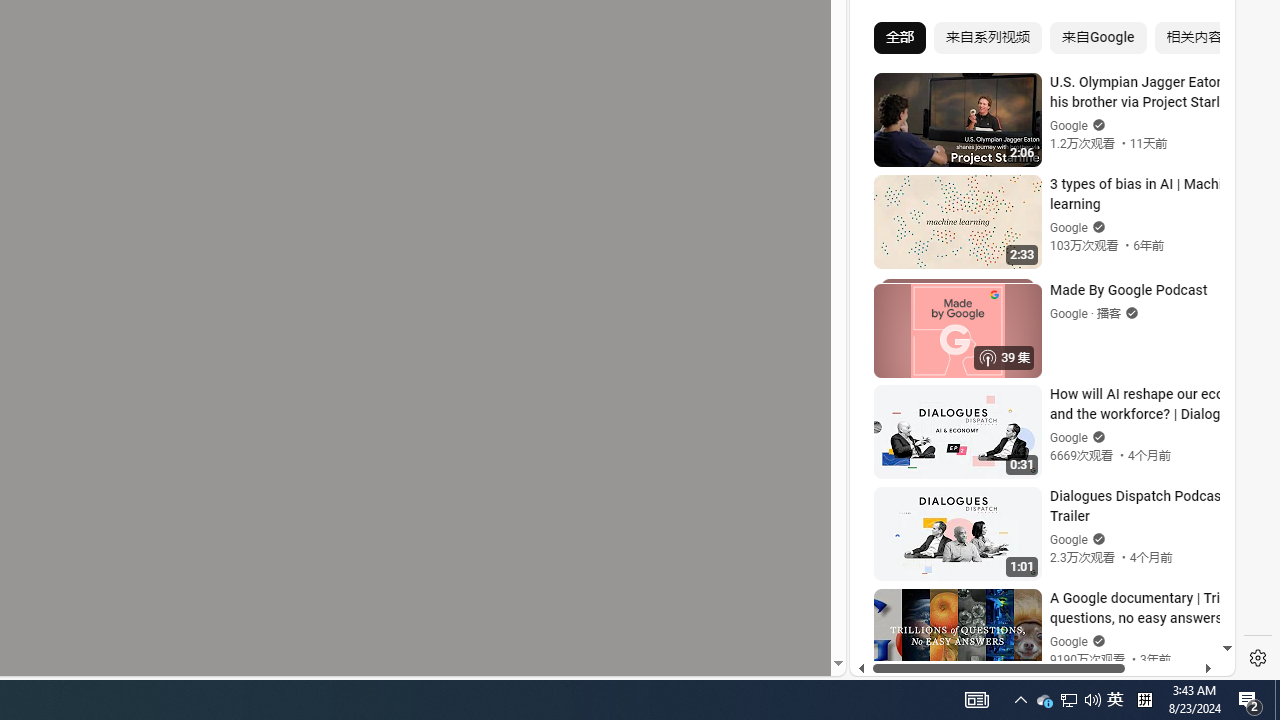  I want to click on '#you', so click(1034, 438).